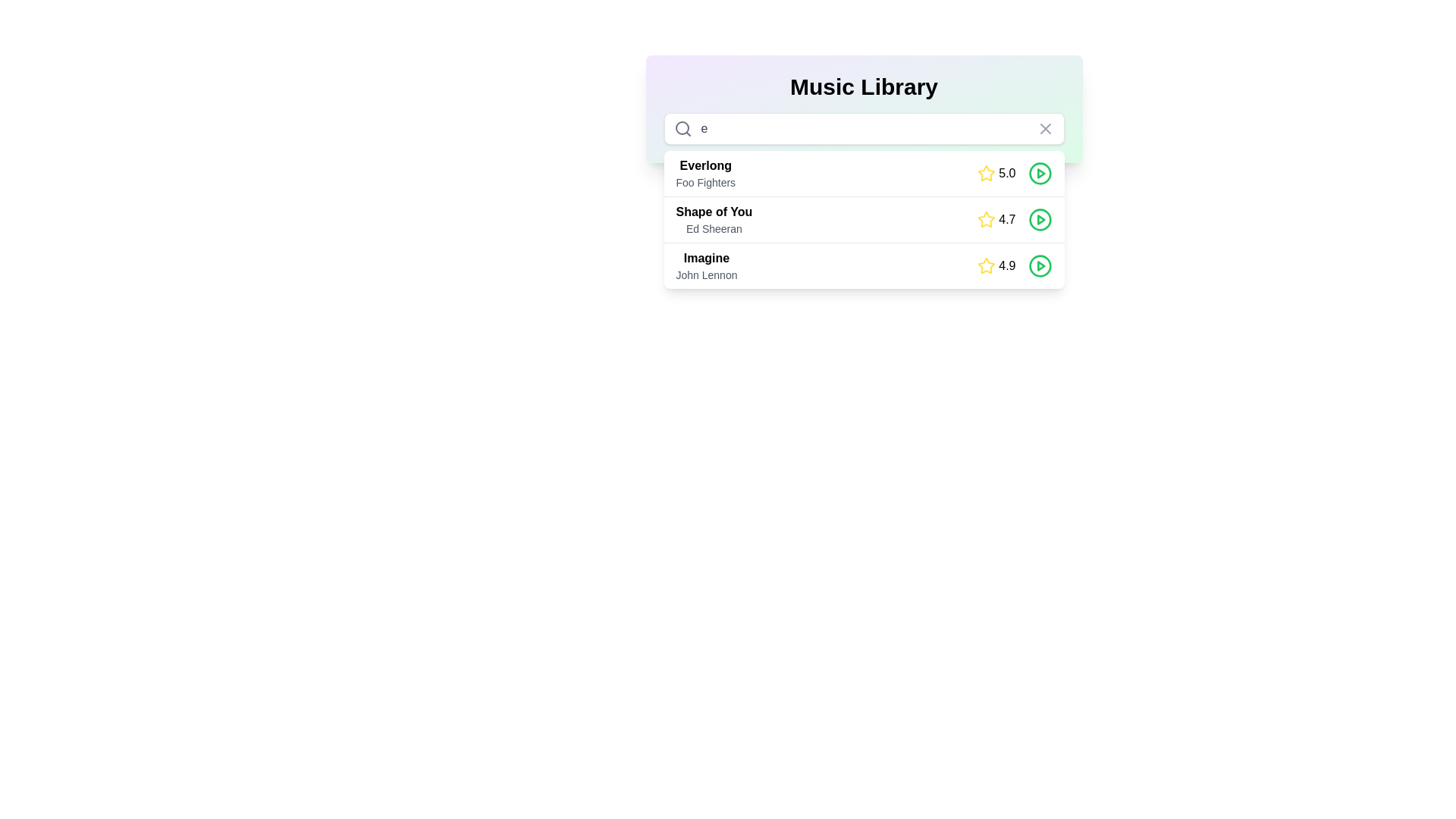 The height and width of the screenshot is (819, 1456). I want to click on the bright yellow star icon indicating ratings or favorites located in the bottom row of the 'Music Library' table, next to the numeric score '4.9', so click(987, 265).